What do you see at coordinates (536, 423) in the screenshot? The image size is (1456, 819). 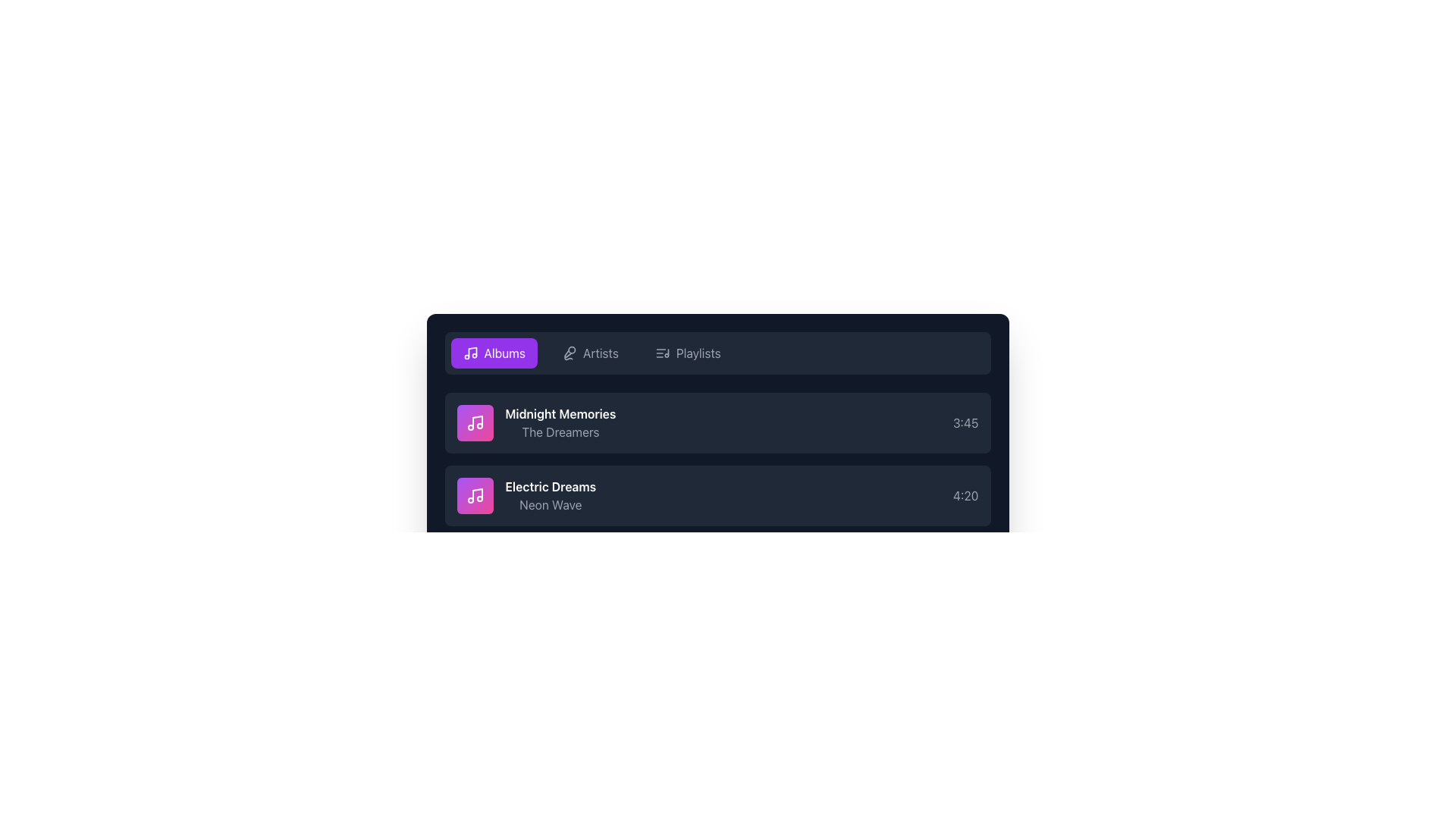 I see `the music track title and artist name displayed in the playlist interface, specifically the second item from the top` at bounding box center [536, 423].